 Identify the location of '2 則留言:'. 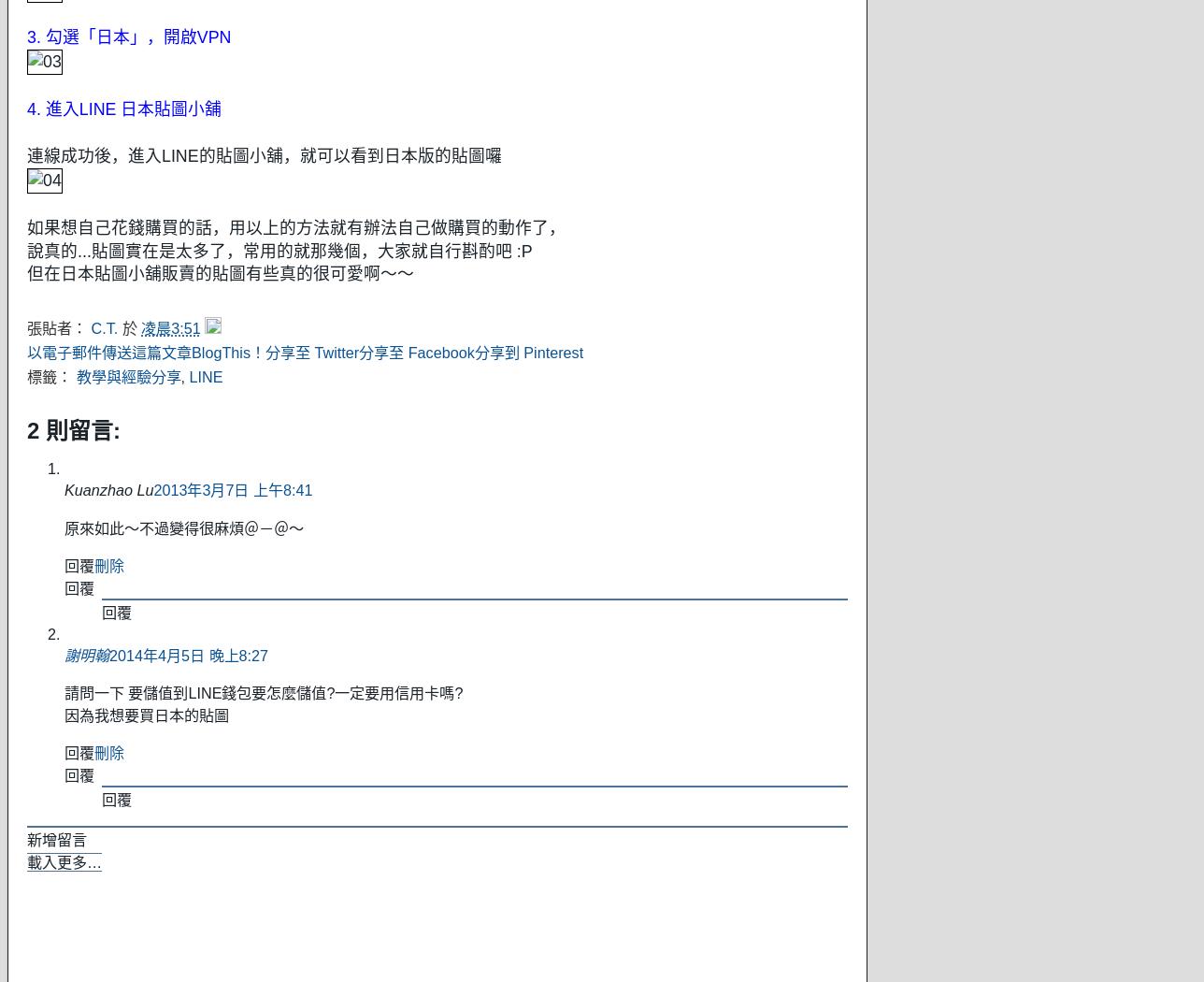
(26, 430).